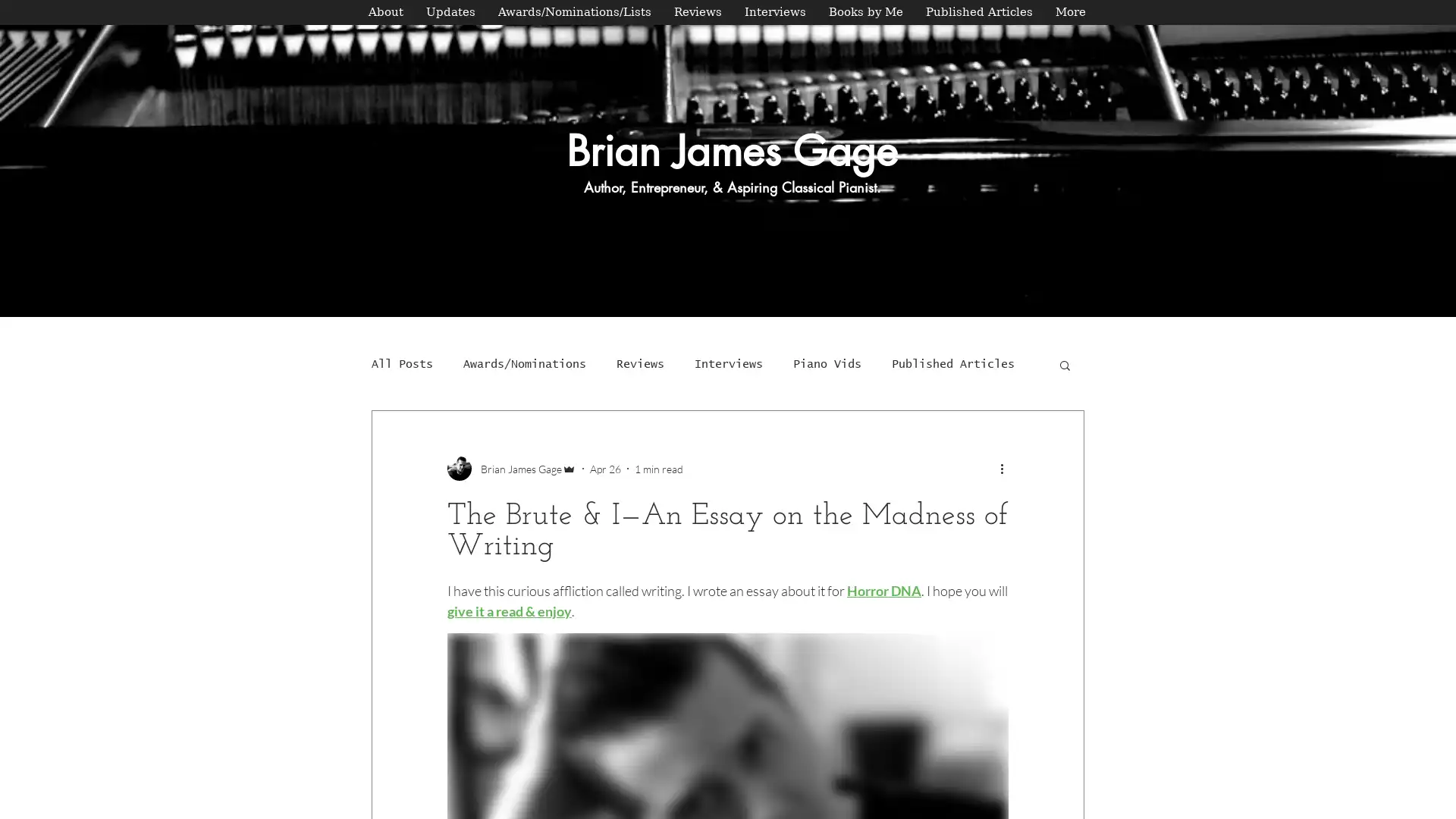 Image resolution: width=1456 pixels, height=819 pixels. Describe the element at coordinates (1064, 366) in the screenshot. I see `Search` at that location.